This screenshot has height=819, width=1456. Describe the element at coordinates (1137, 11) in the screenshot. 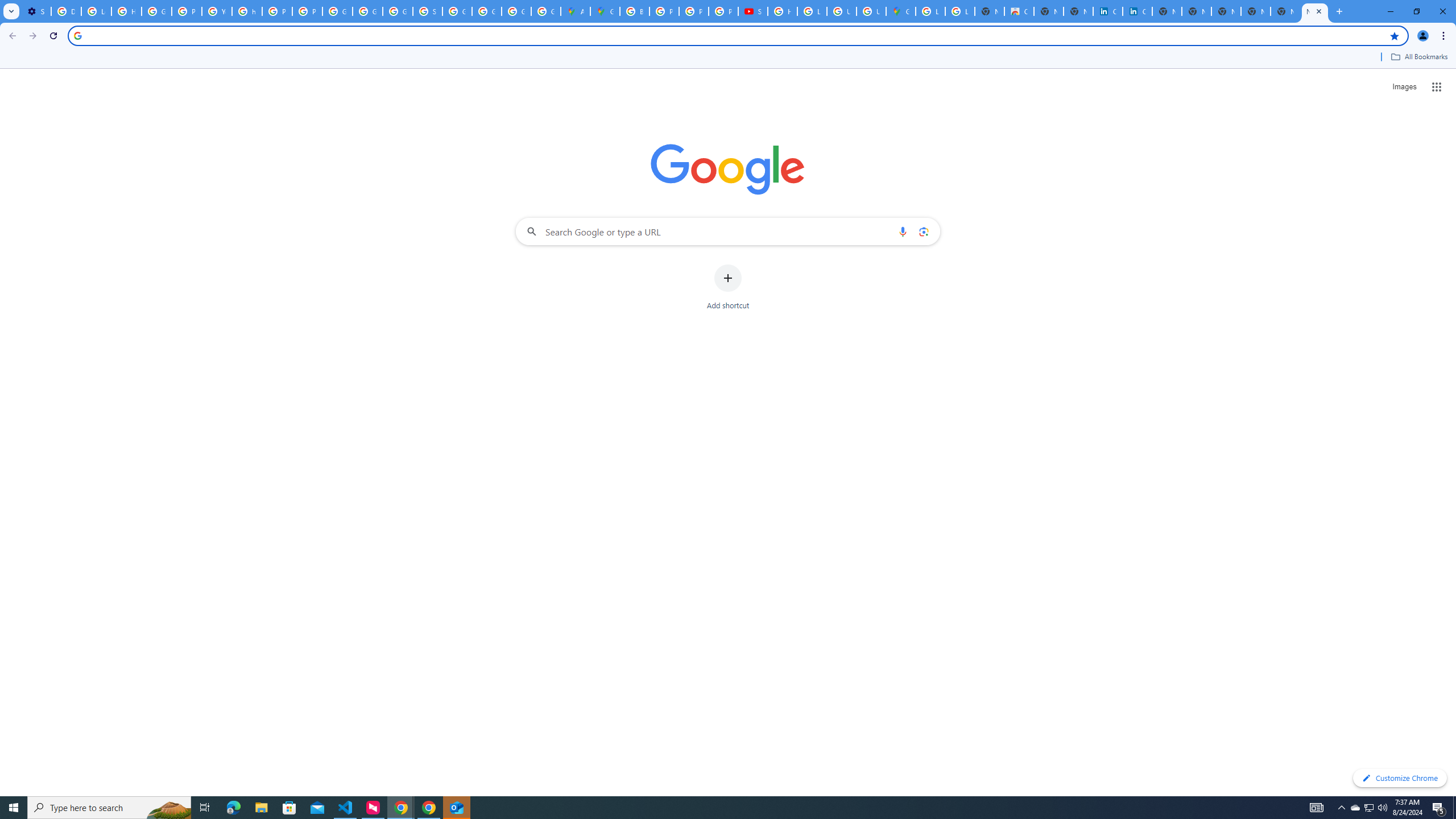

I see `'Cookie Policy | LinkedIn'` at that location.